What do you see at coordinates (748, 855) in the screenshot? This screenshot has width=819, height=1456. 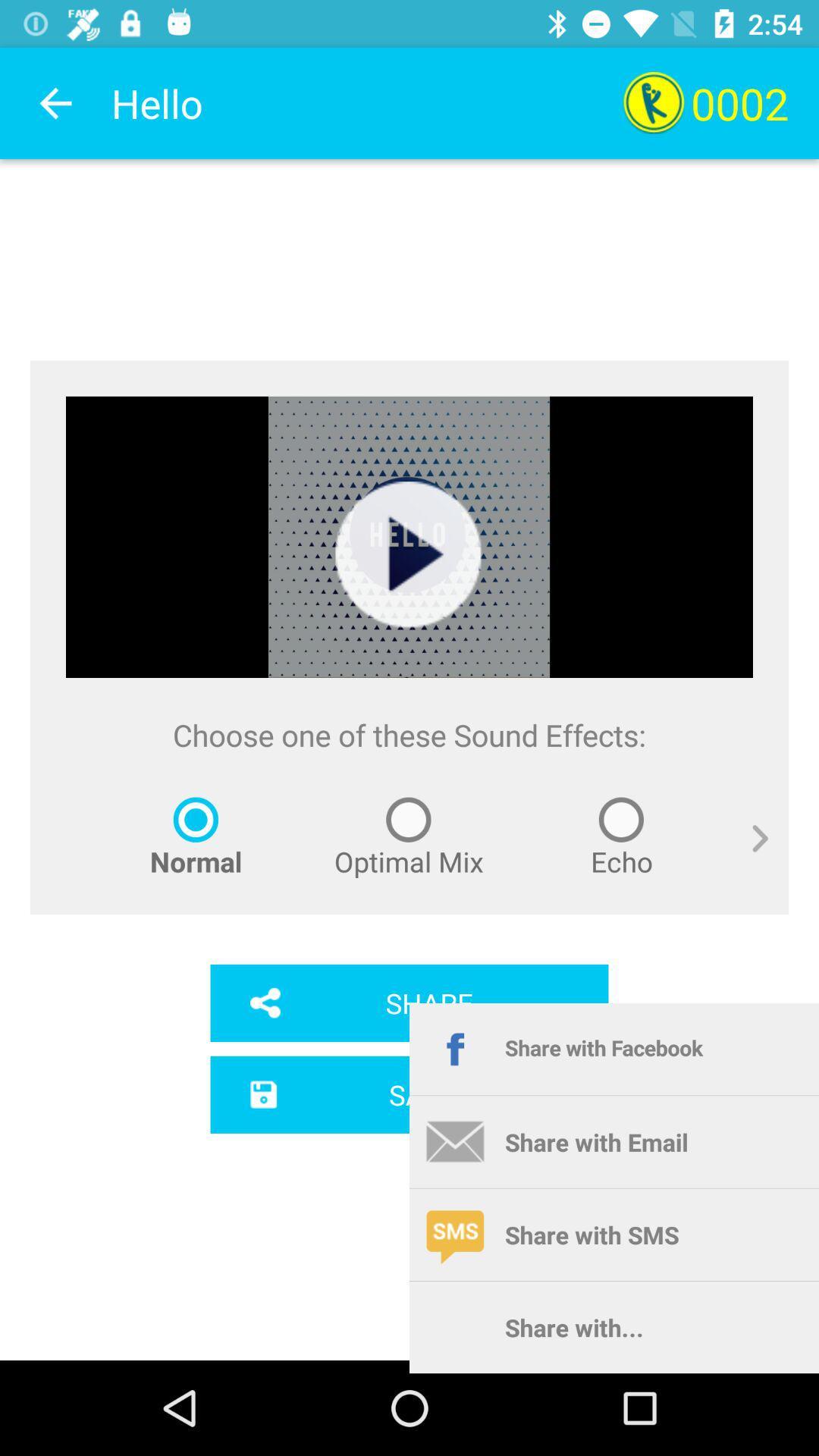 I see `item to the right of the stage icon` at bounding box center [748, 855].